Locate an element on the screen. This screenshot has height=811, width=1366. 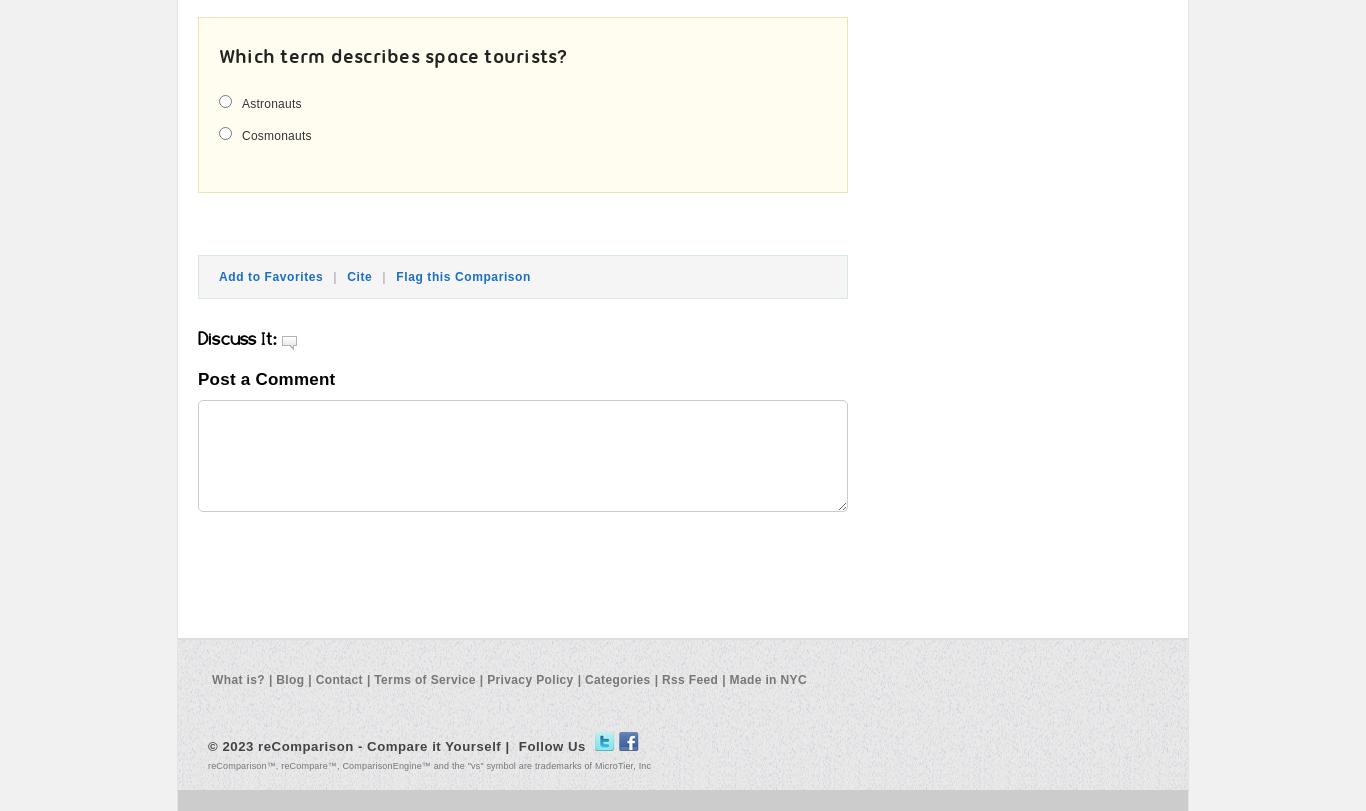
'Contact' is located at coordinates (314, 677).